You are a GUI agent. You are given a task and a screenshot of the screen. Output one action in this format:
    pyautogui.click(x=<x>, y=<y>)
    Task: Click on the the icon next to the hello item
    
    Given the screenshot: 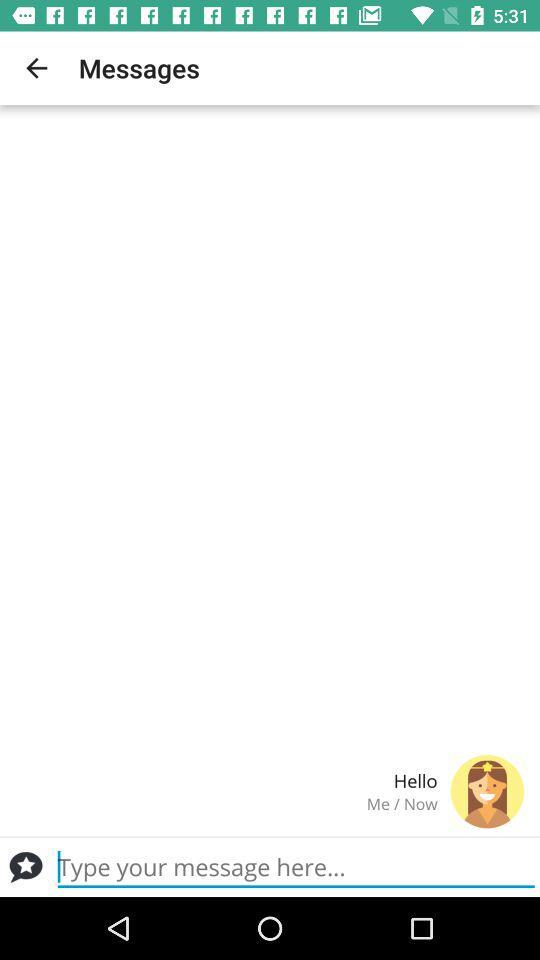 What is the action you would take?
    pyautogui.click(x=486, y=791)
    